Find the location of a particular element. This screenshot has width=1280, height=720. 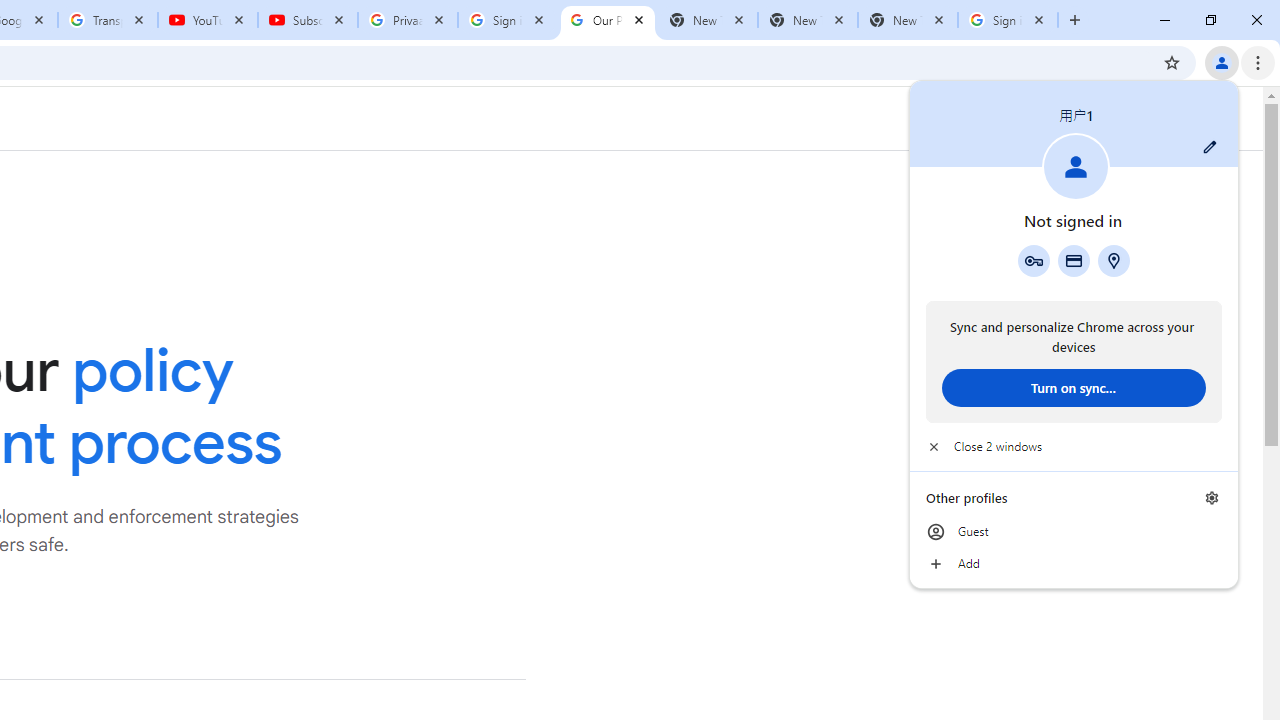

'Close 2 windows' is located at coordinates (1072, 446).